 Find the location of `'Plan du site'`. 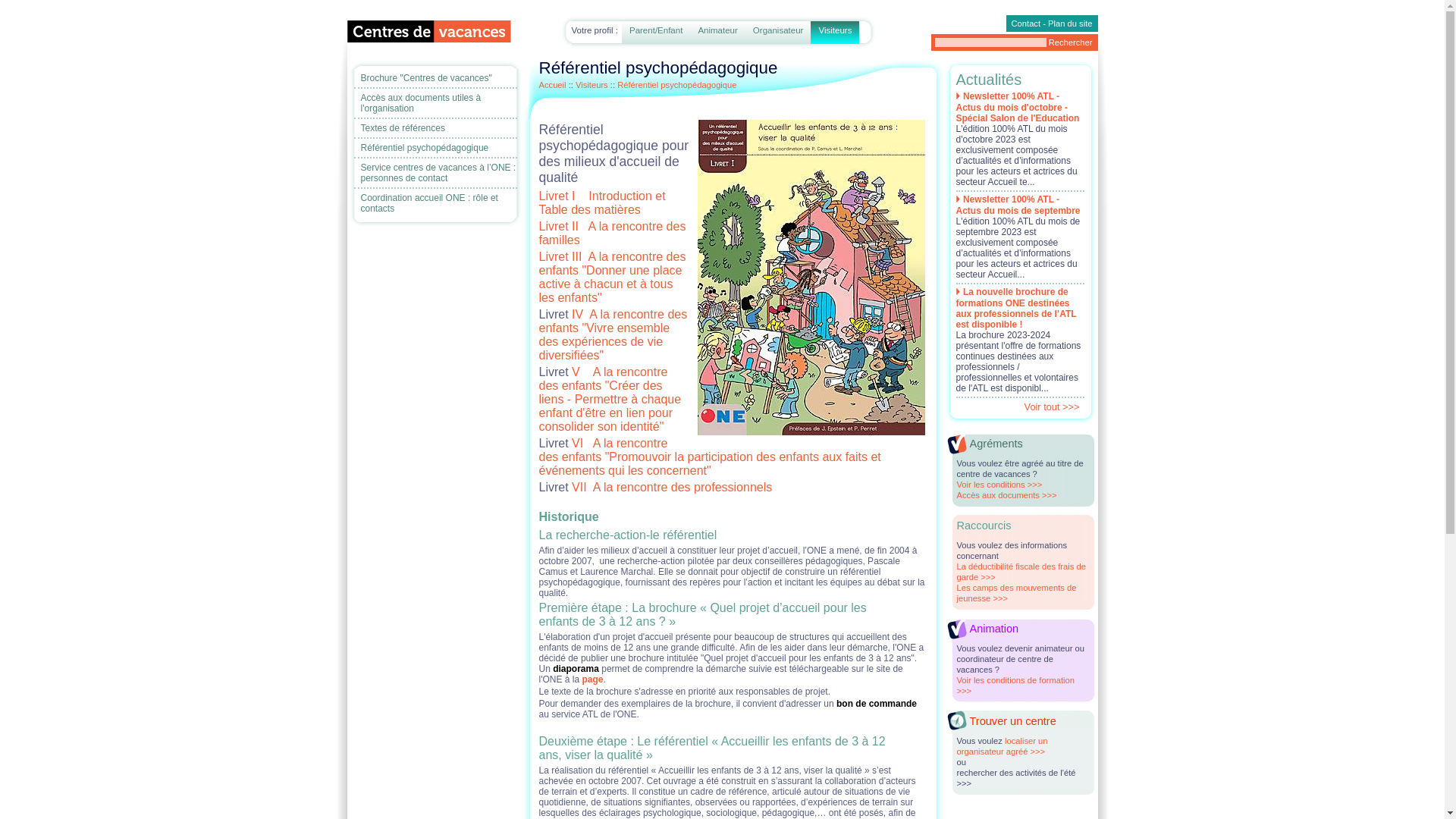

'Plan du site' is located at coordinates (1069, 23).